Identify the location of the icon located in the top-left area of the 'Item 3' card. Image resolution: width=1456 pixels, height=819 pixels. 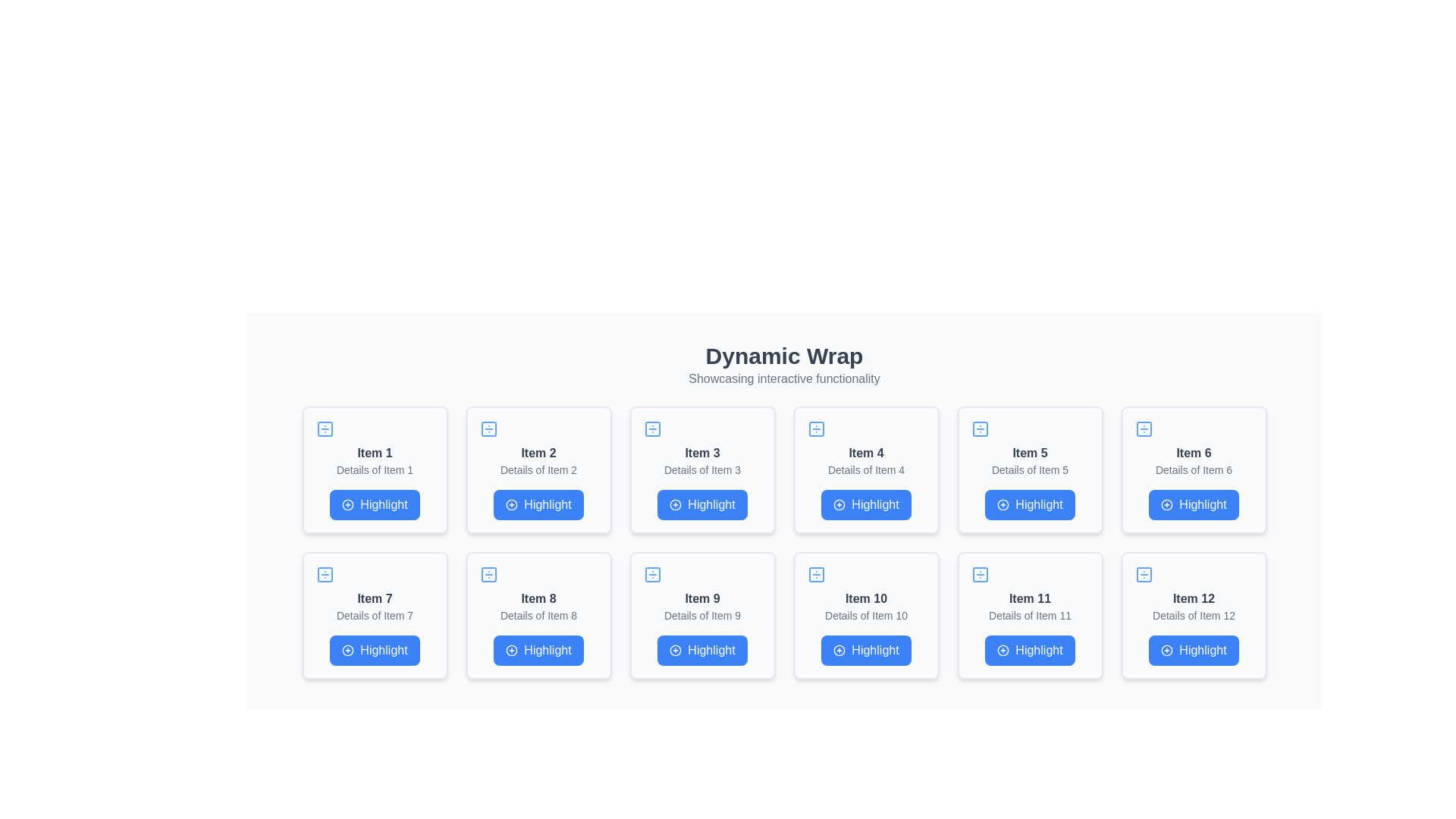
(652, 429).